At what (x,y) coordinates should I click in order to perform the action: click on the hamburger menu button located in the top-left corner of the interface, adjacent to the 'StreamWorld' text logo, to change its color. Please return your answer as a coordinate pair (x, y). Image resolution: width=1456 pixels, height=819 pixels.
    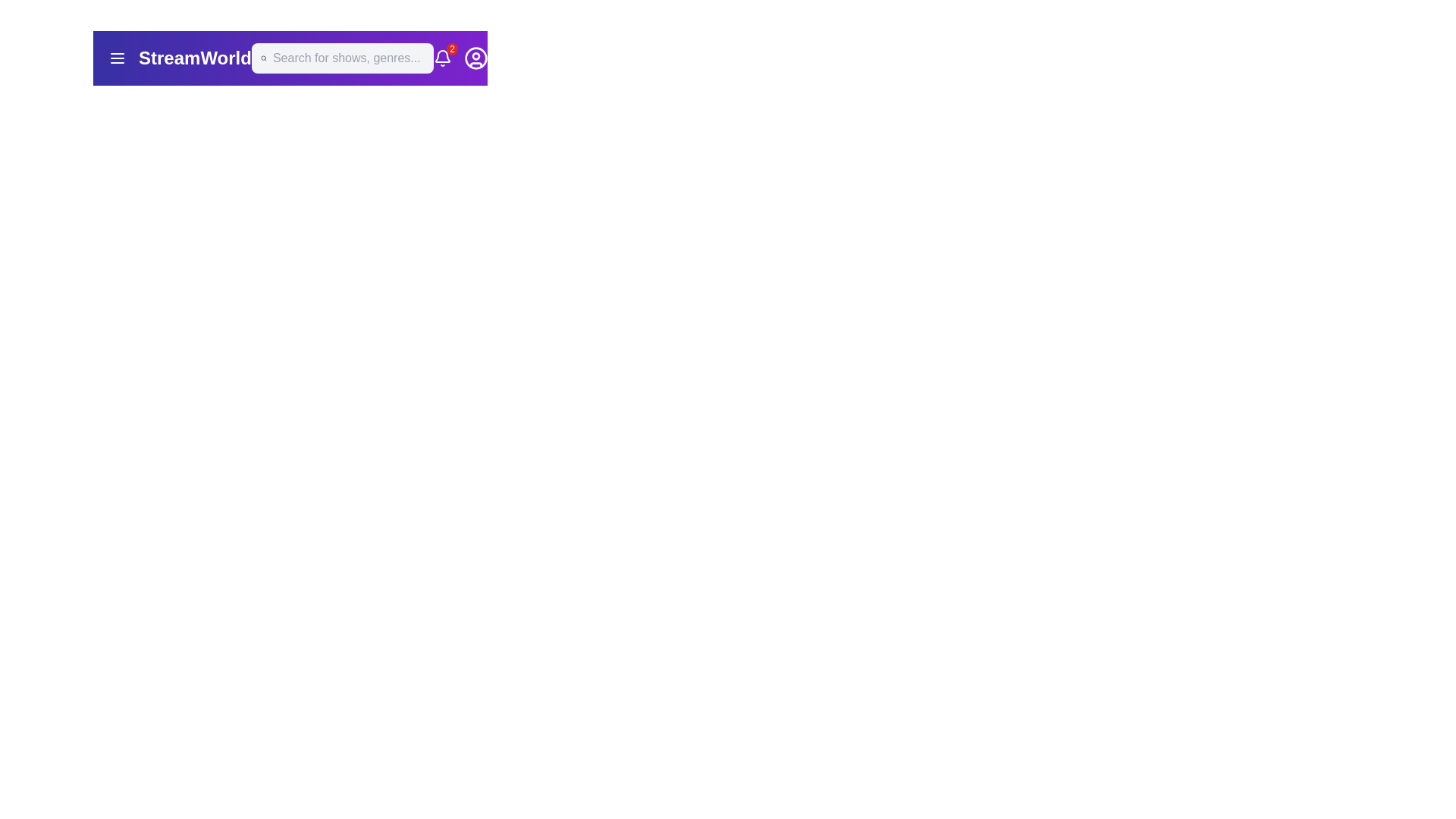
    Looking at the image, I should click on (116, 58).